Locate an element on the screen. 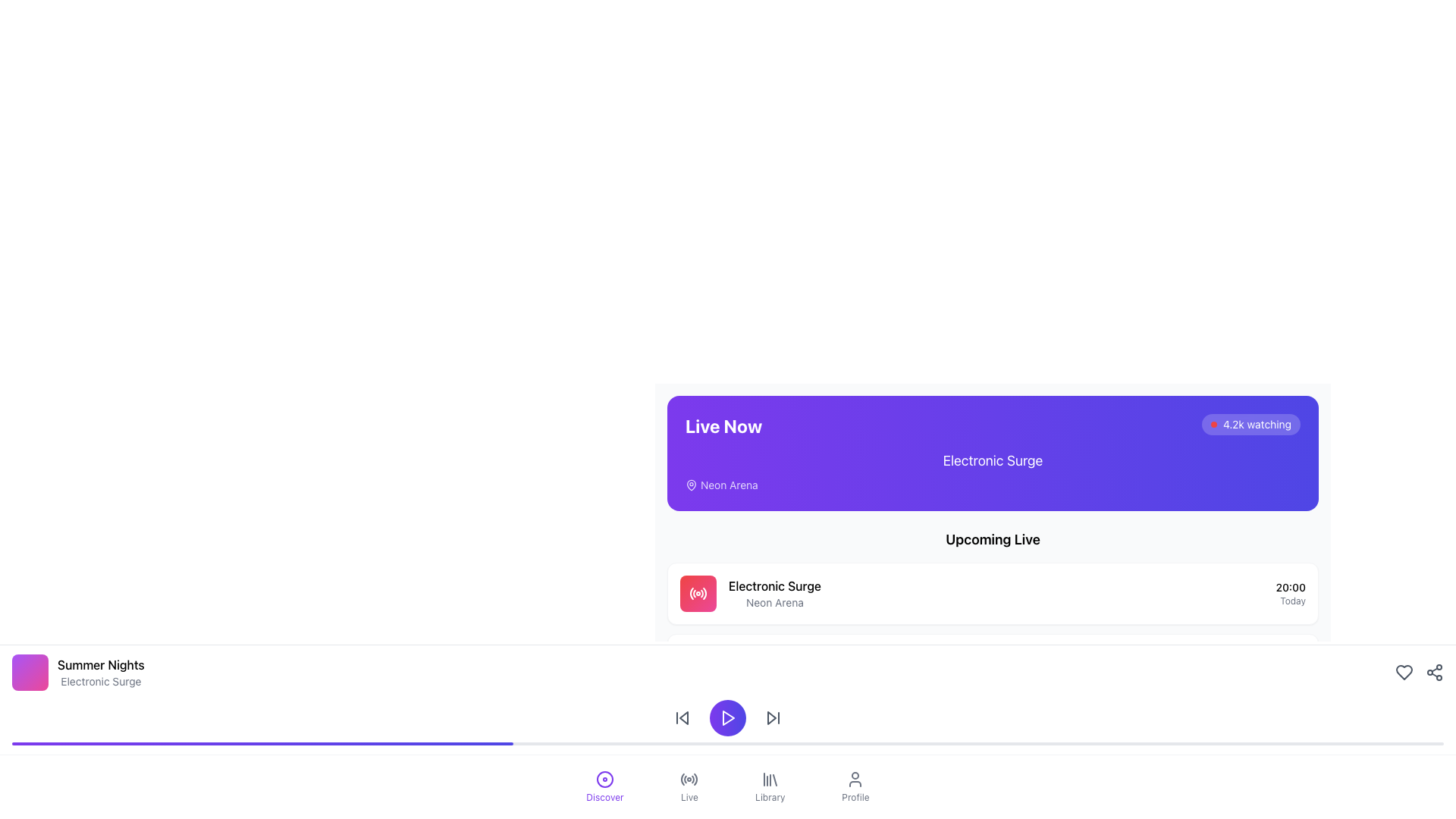 The width and height of the screenshot is (1456, 819). the left icon on the Event card representing the upcoming event, which is the first card in the 'Upcoming Live' section is located at coordinates (993, 593).